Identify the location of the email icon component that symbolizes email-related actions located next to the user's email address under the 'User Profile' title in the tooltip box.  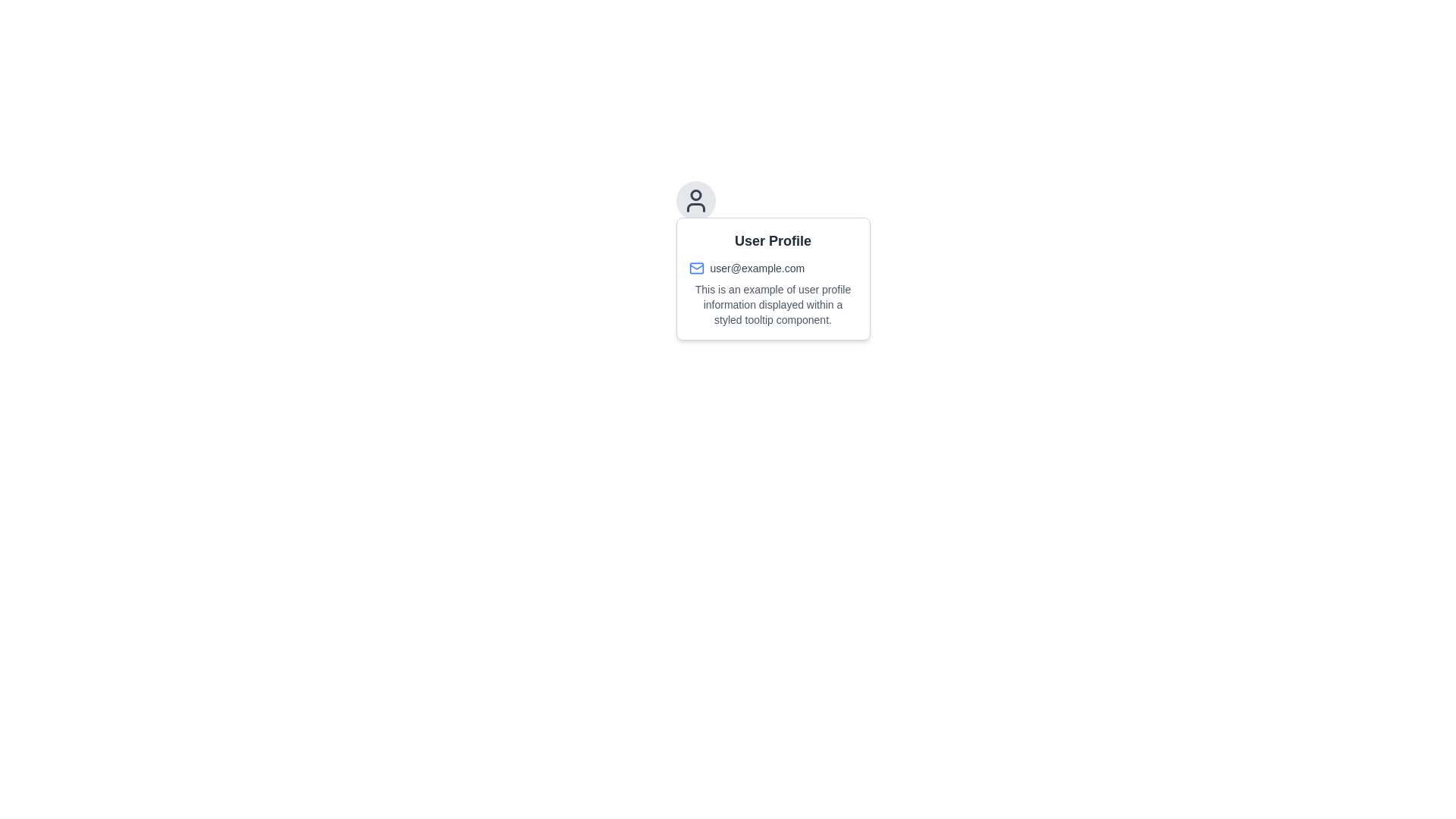
(695, 268).